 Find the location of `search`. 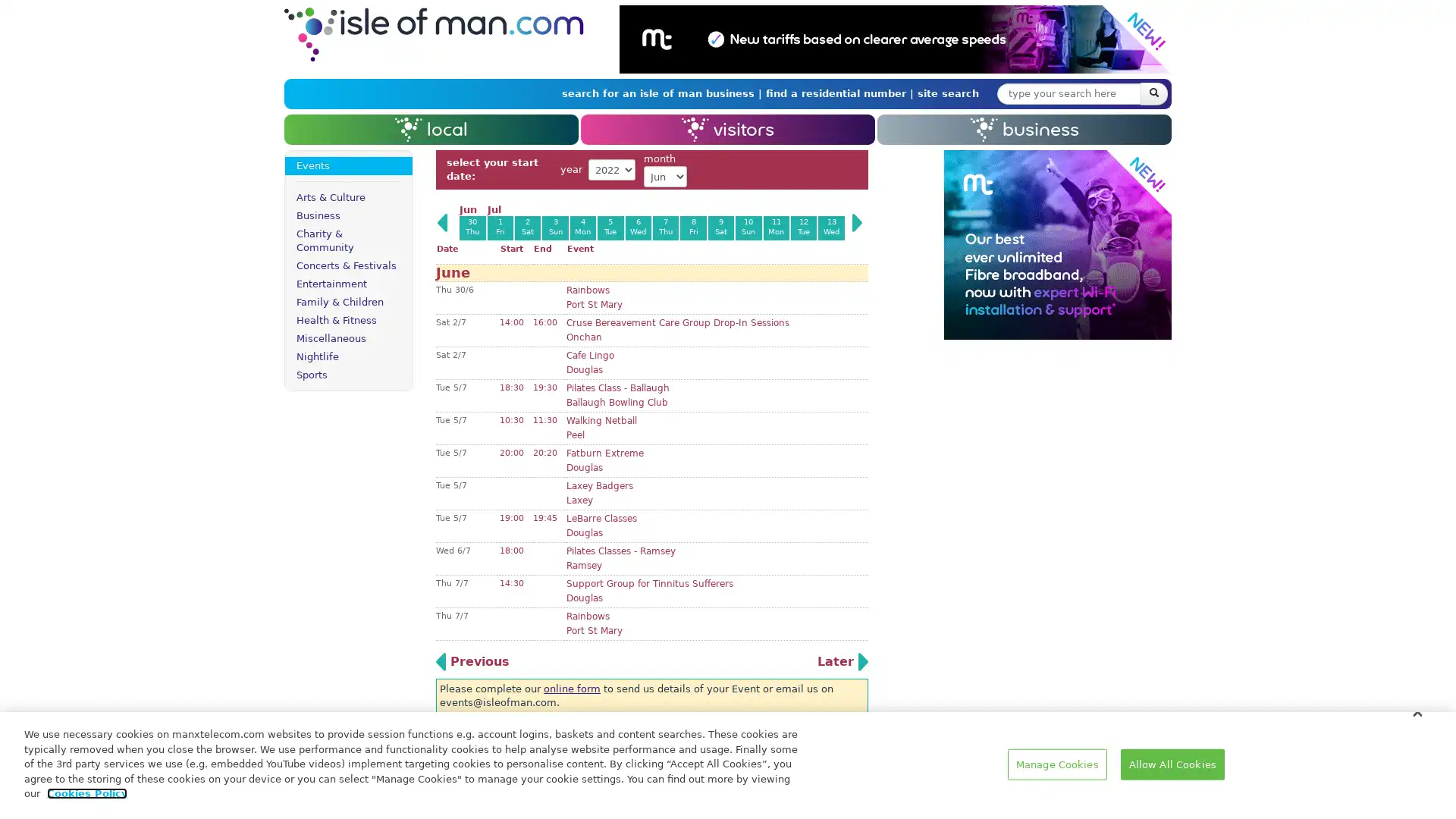

search is located at coordinates (1153, 93).